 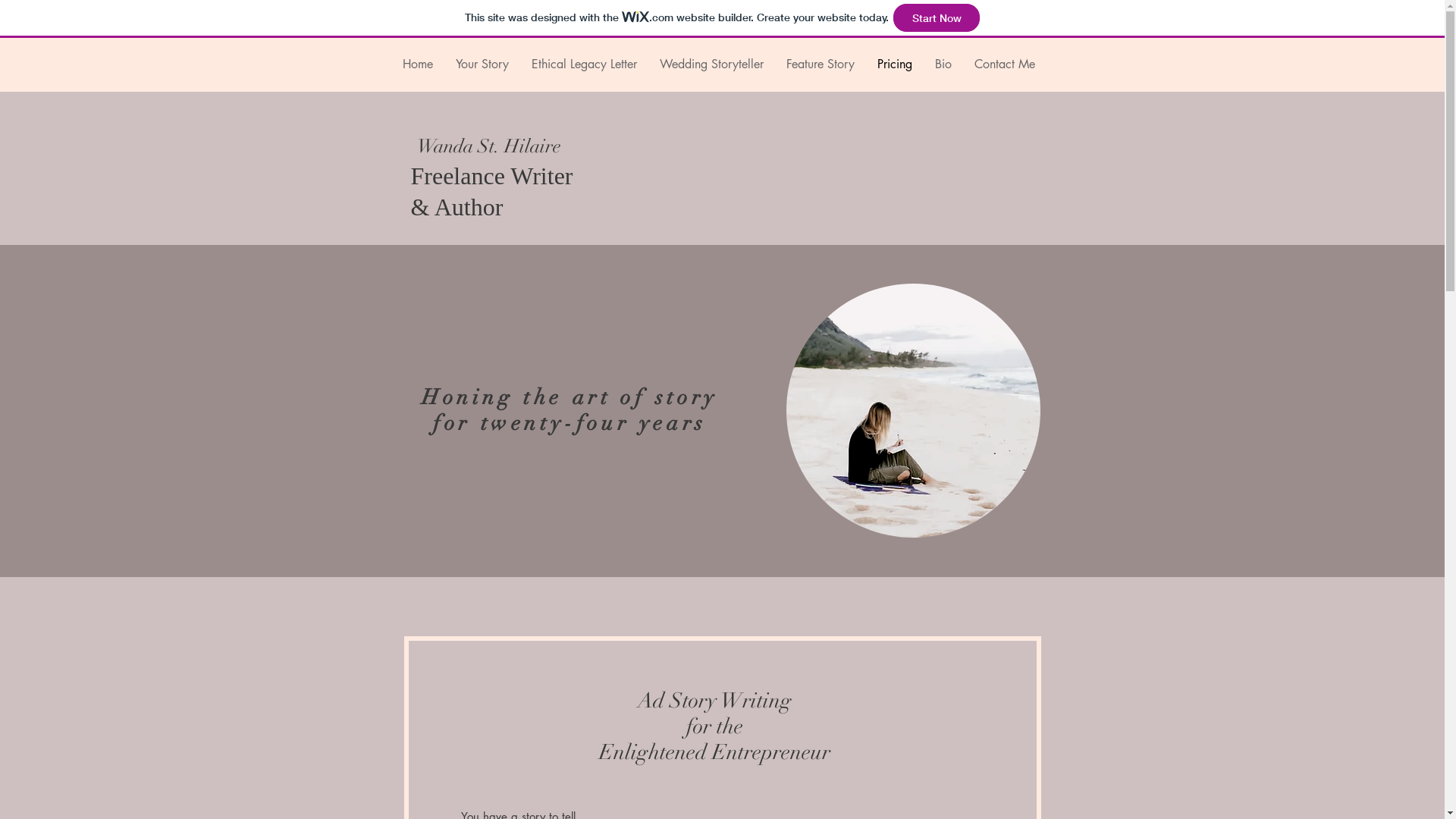 I want to click on 'Feature Story', so click(x=819, y=63).